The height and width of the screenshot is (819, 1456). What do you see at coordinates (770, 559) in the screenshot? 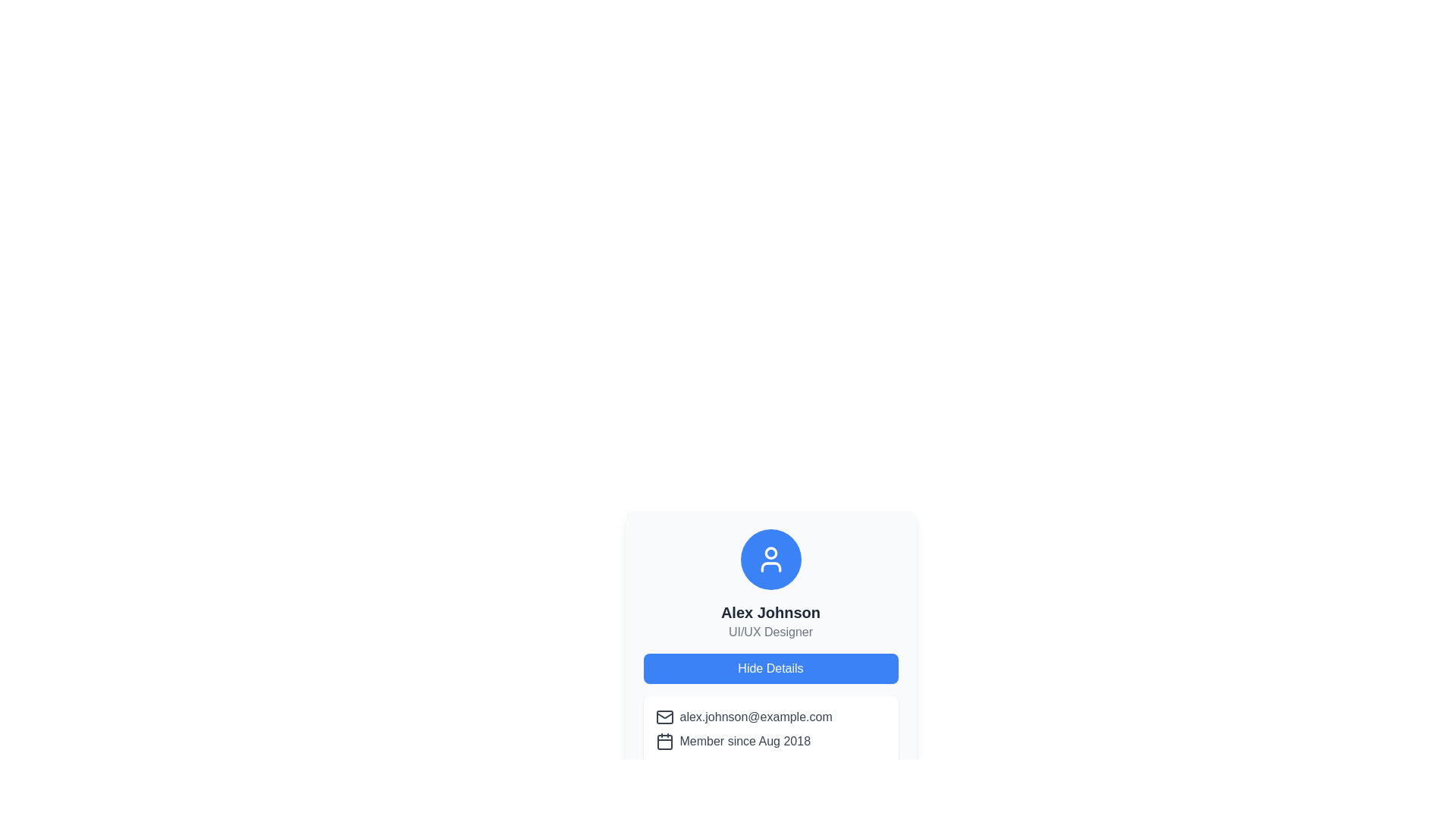
I see `the Circular avatar icon located at the top center of the profile card layout, directly above the text 'Alex Johnson' and 'UI/UX Designer', for visual context` at bounding box center [770, 559].